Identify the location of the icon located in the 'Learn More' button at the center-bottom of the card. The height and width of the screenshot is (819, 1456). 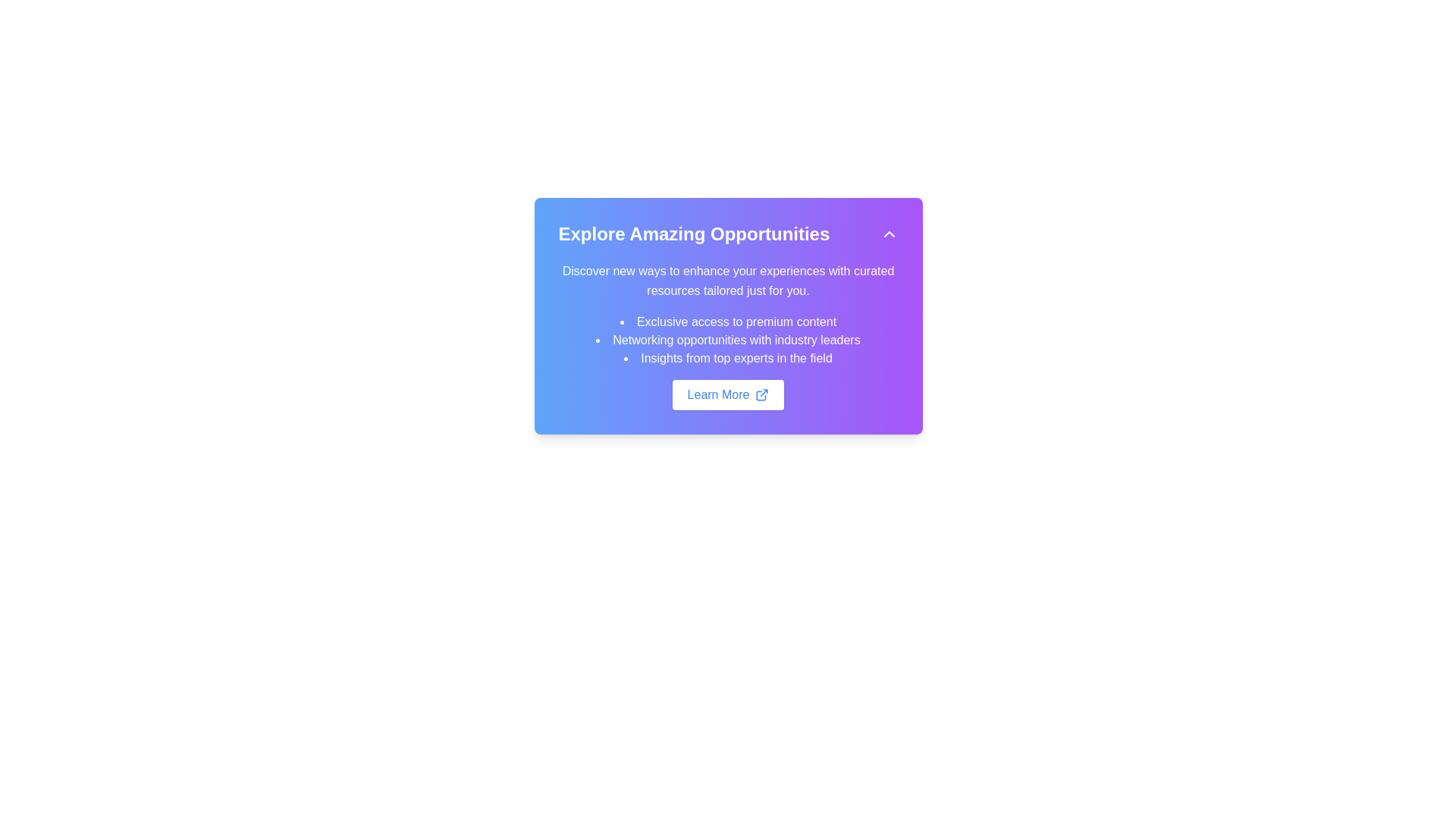
(762, 394).